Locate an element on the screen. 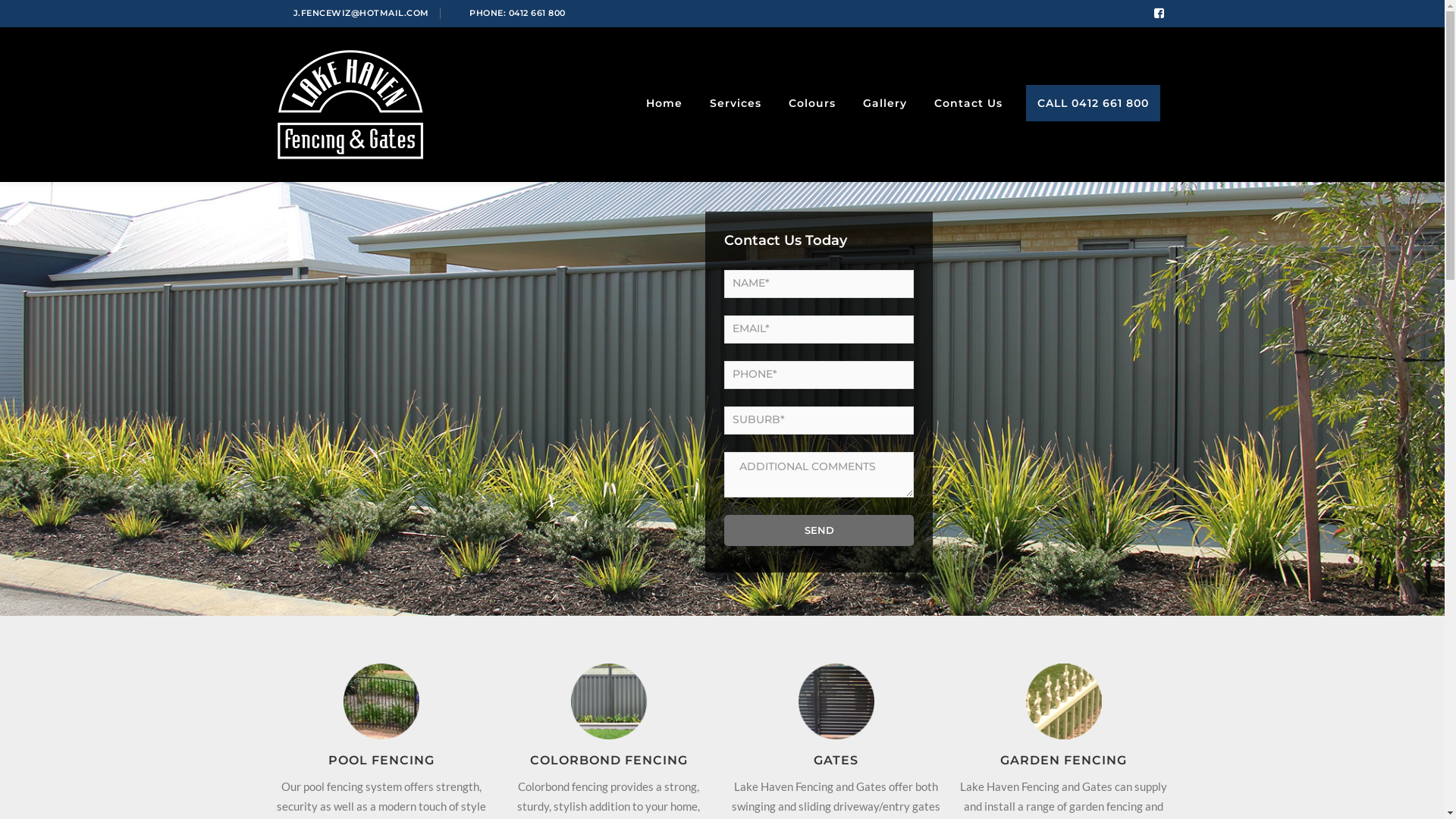 Image resolution: width=1456 pixels, height=819 pixels. 'Home' is located at coordinates (663, 102).